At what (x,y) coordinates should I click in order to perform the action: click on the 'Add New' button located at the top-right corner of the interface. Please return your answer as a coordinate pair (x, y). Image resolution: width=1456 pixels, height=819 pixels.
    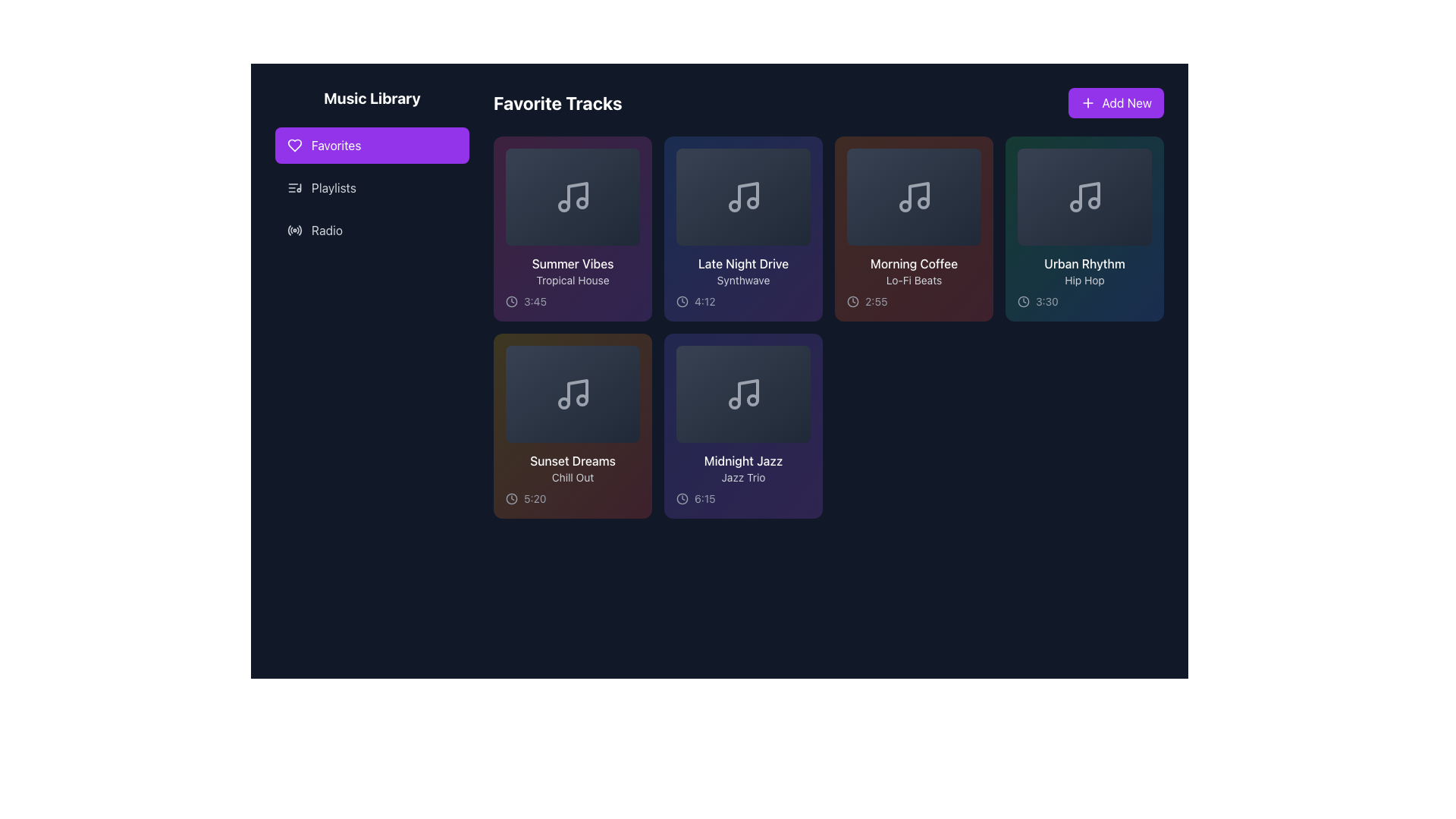
    Looking at the image, I should click on (1127, 102).